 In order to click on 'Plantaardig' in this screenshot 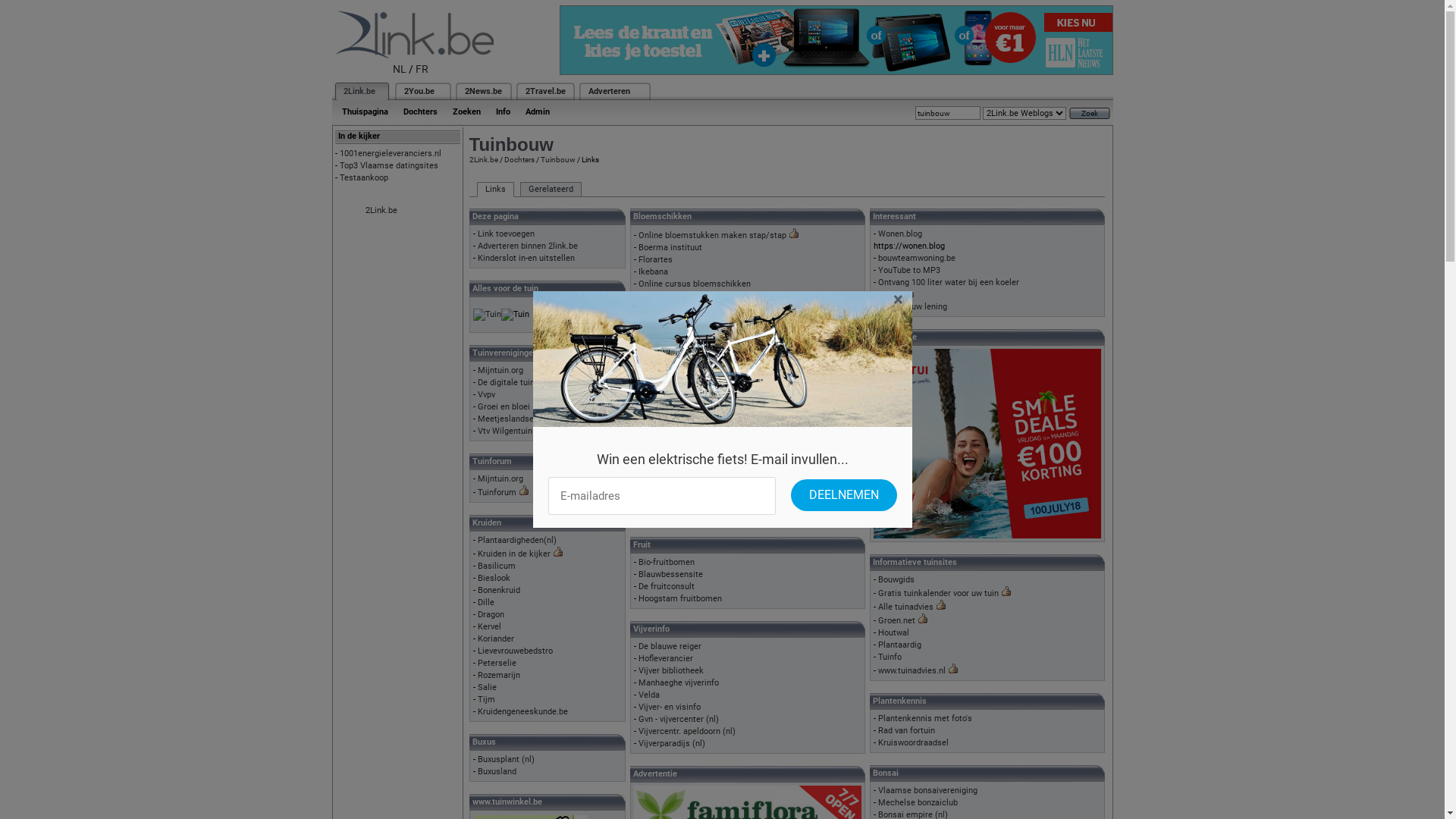, I will do `click(899, 645)`.